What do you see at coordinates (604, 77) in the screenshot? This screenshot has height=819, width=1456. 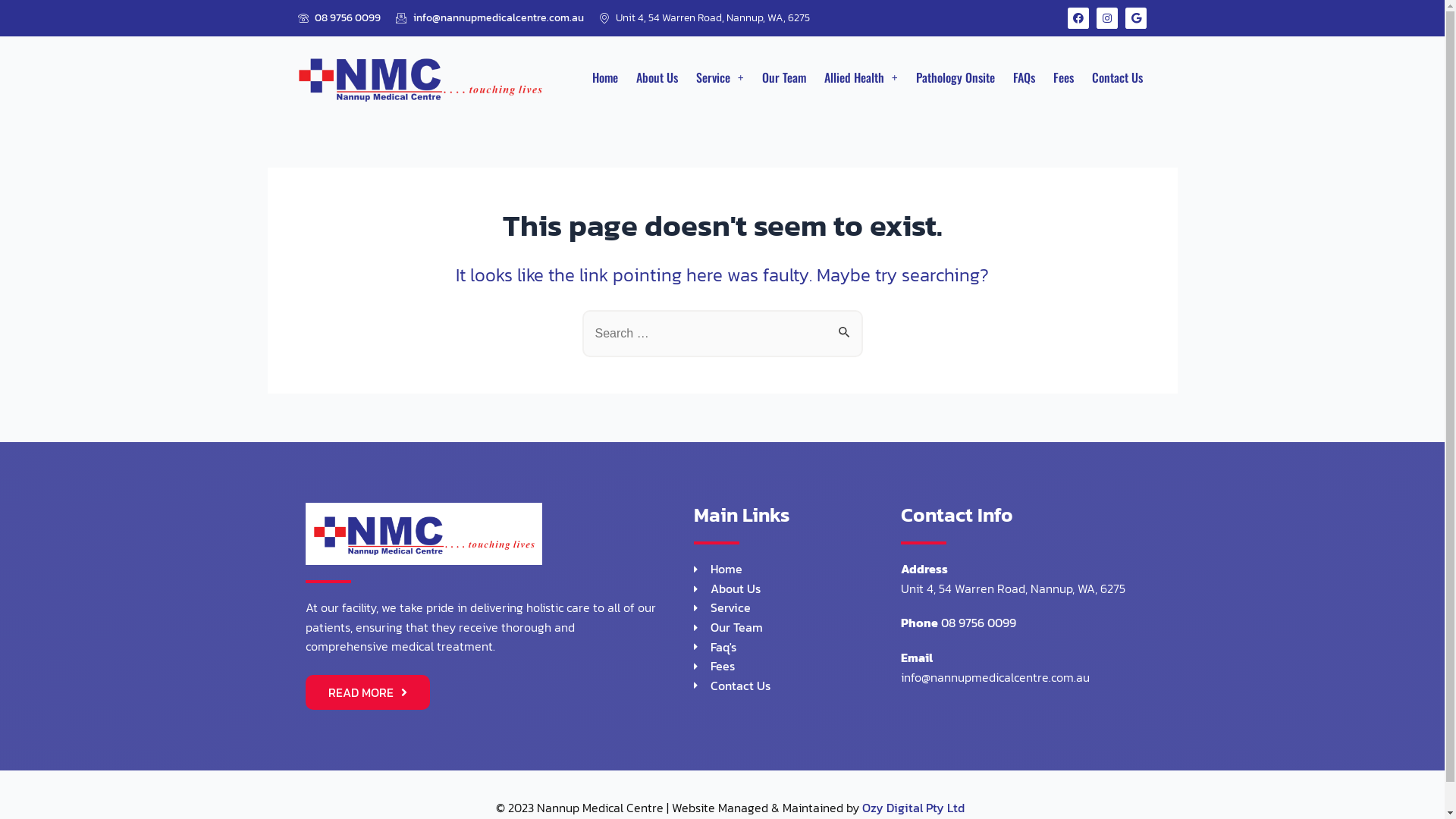 I see `'Home'` at bounding box center [604, 77].